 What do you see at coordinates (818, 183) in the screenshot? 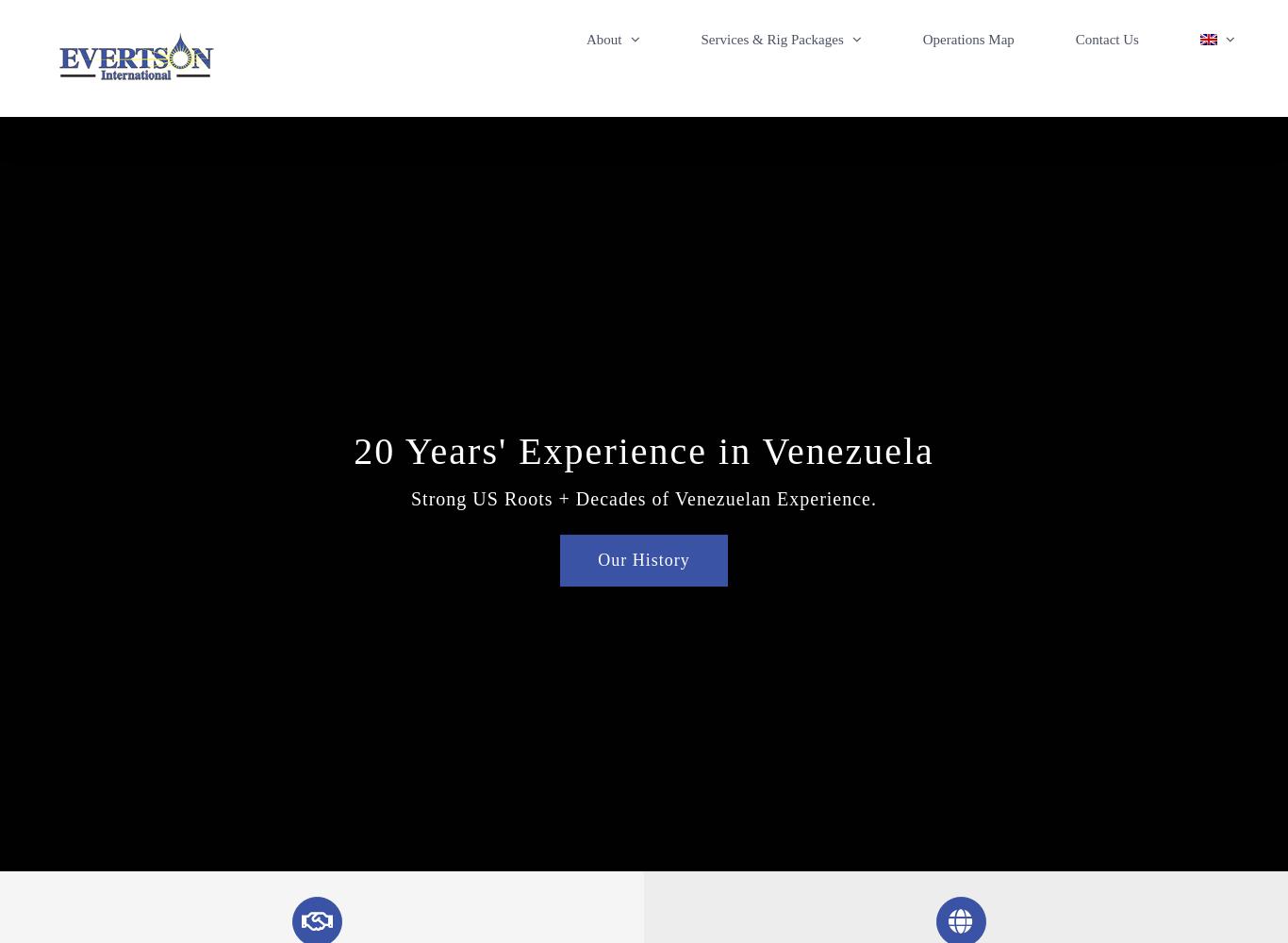
I see `'Evertson #5 – 350HP Workover'` at bounding box center [818, 183].